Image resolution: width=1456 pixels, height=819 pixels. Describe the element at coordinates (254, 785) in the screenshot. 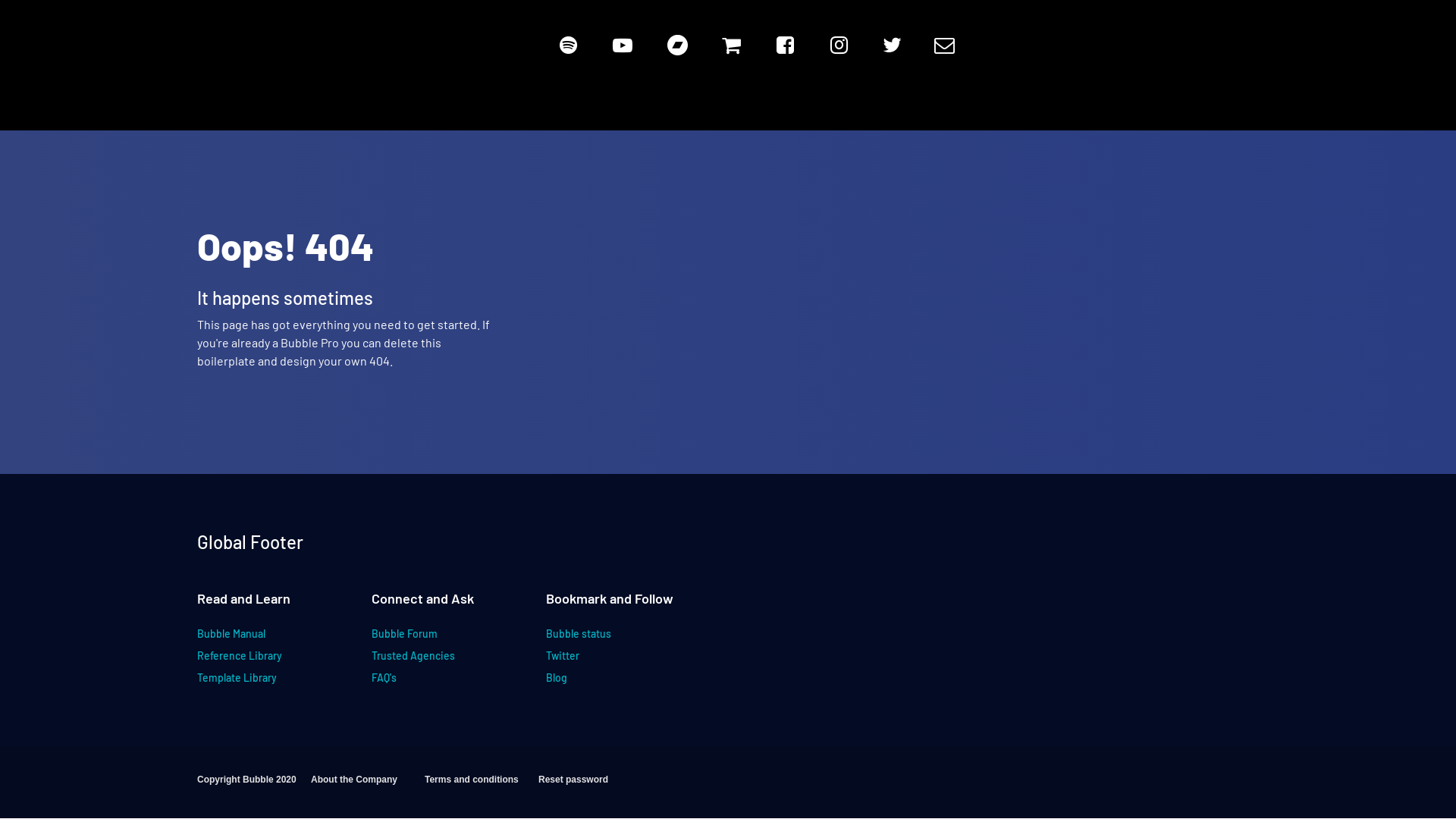

I see `'Copyright Bubble 2020'` at that location.